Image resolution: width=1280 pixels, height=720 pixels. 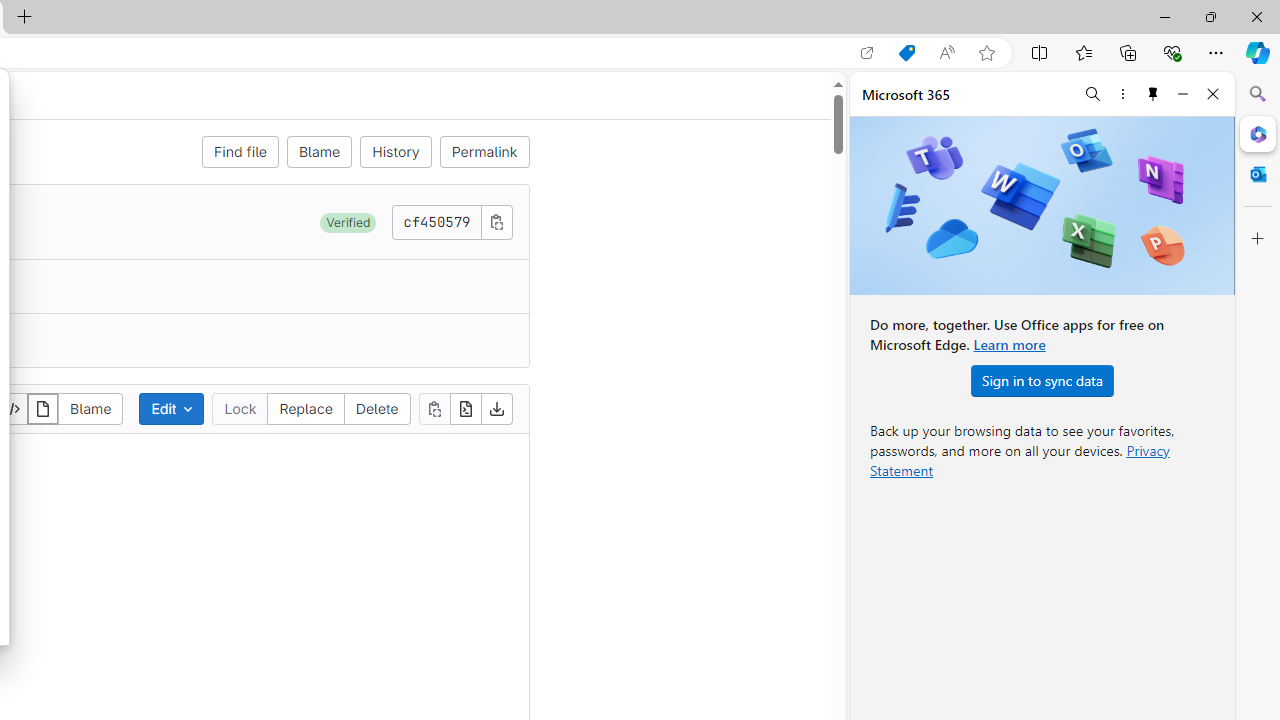 What do you see at coordinates (240, 150) in the screenshot?
I see `'Find file'` at bounding box center [240, 150].